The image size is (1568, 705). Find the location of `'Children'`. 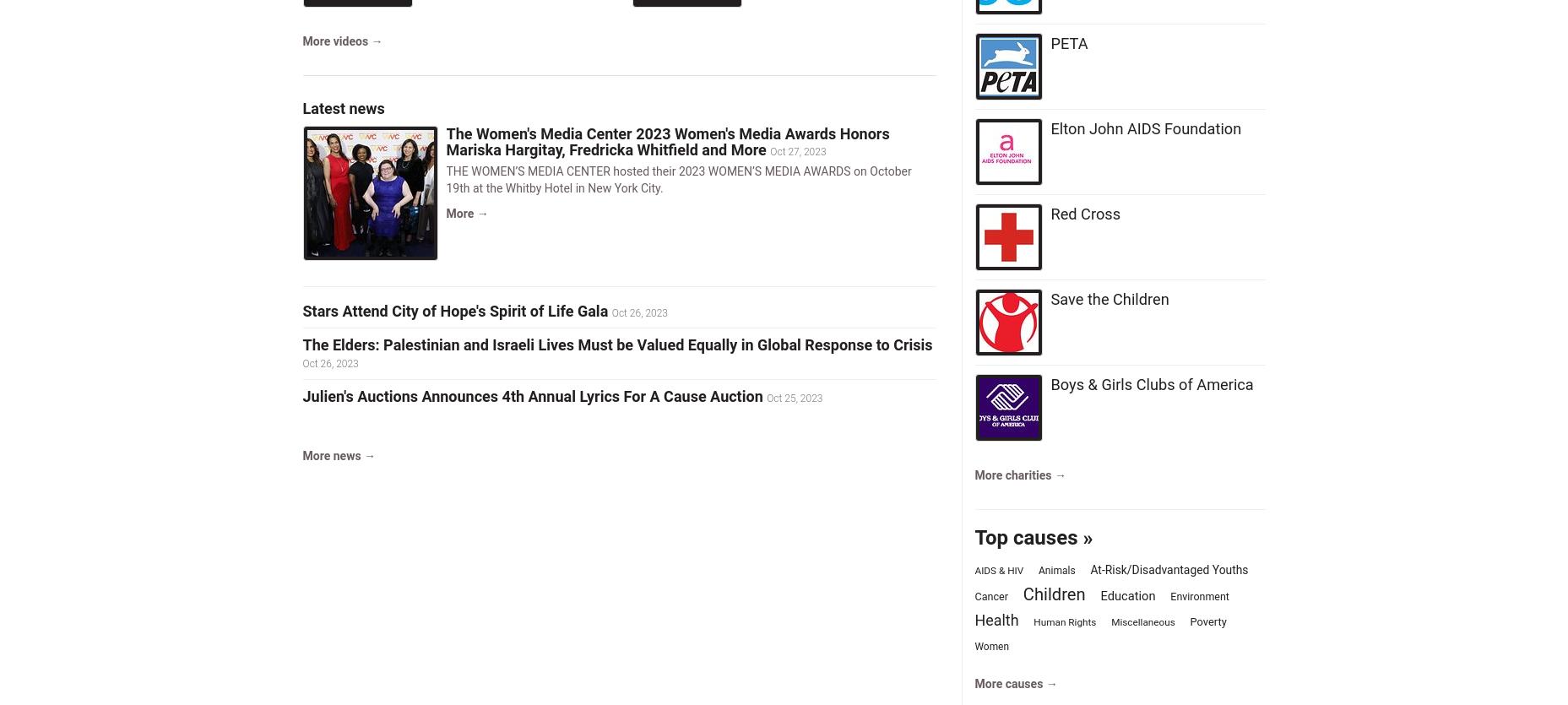

'Children' is located at coordinates (1022, 593).